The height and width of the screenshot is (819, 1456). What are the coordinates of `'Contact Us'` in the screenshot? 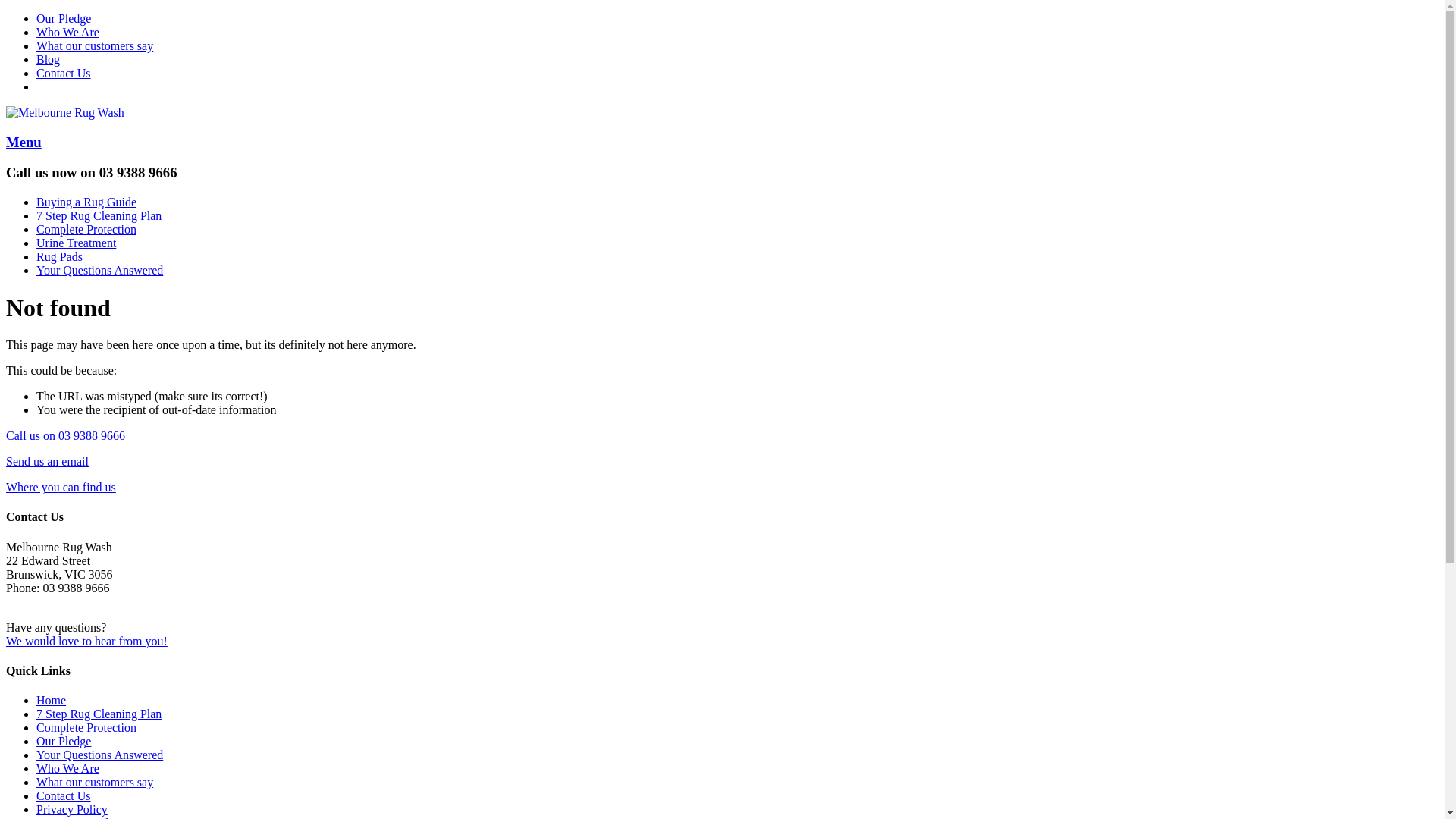 It's located at (62, 73).